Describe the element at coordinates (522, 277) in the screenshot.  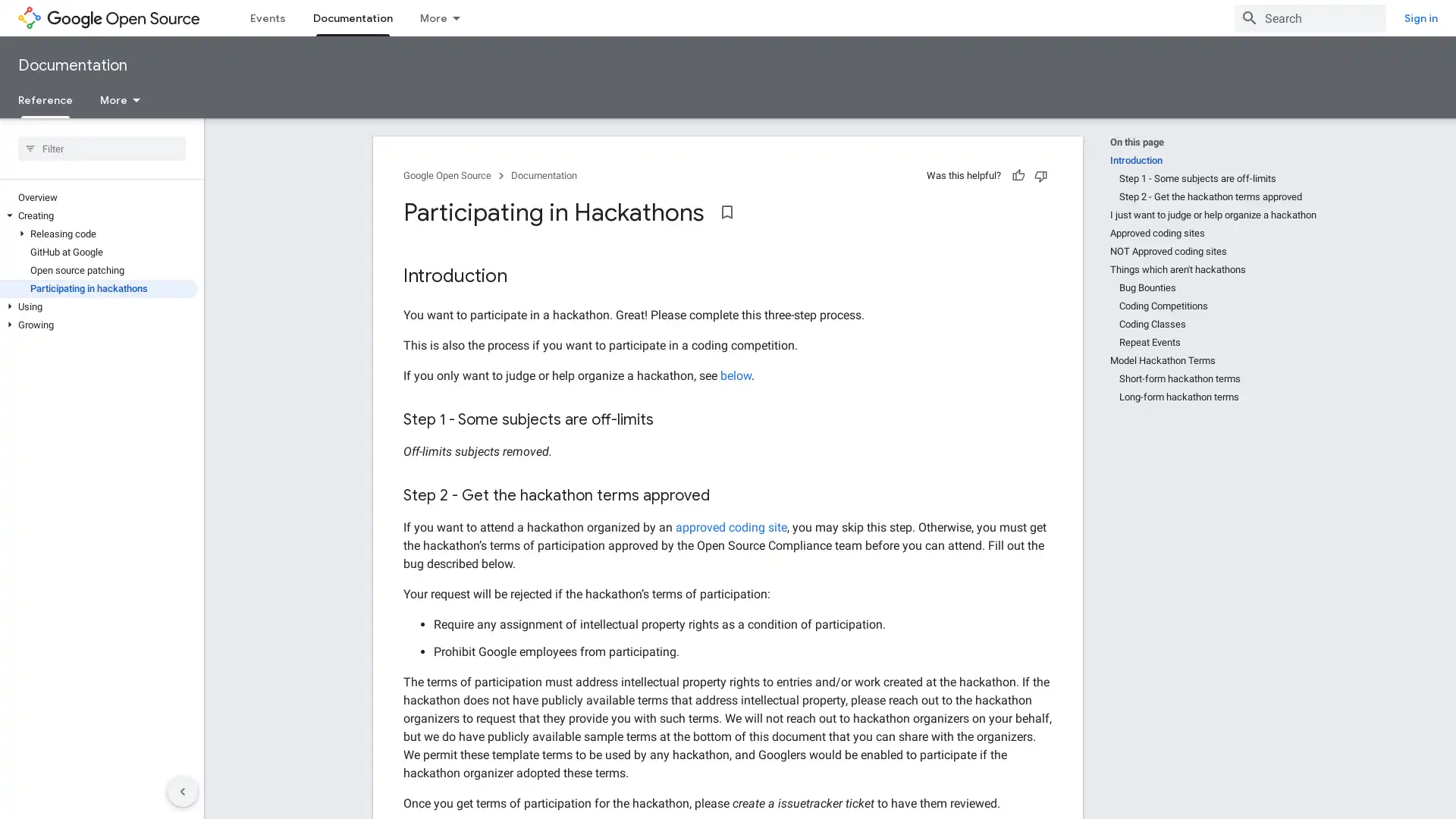
I see `Copy link to this section: Introduction` at that location.